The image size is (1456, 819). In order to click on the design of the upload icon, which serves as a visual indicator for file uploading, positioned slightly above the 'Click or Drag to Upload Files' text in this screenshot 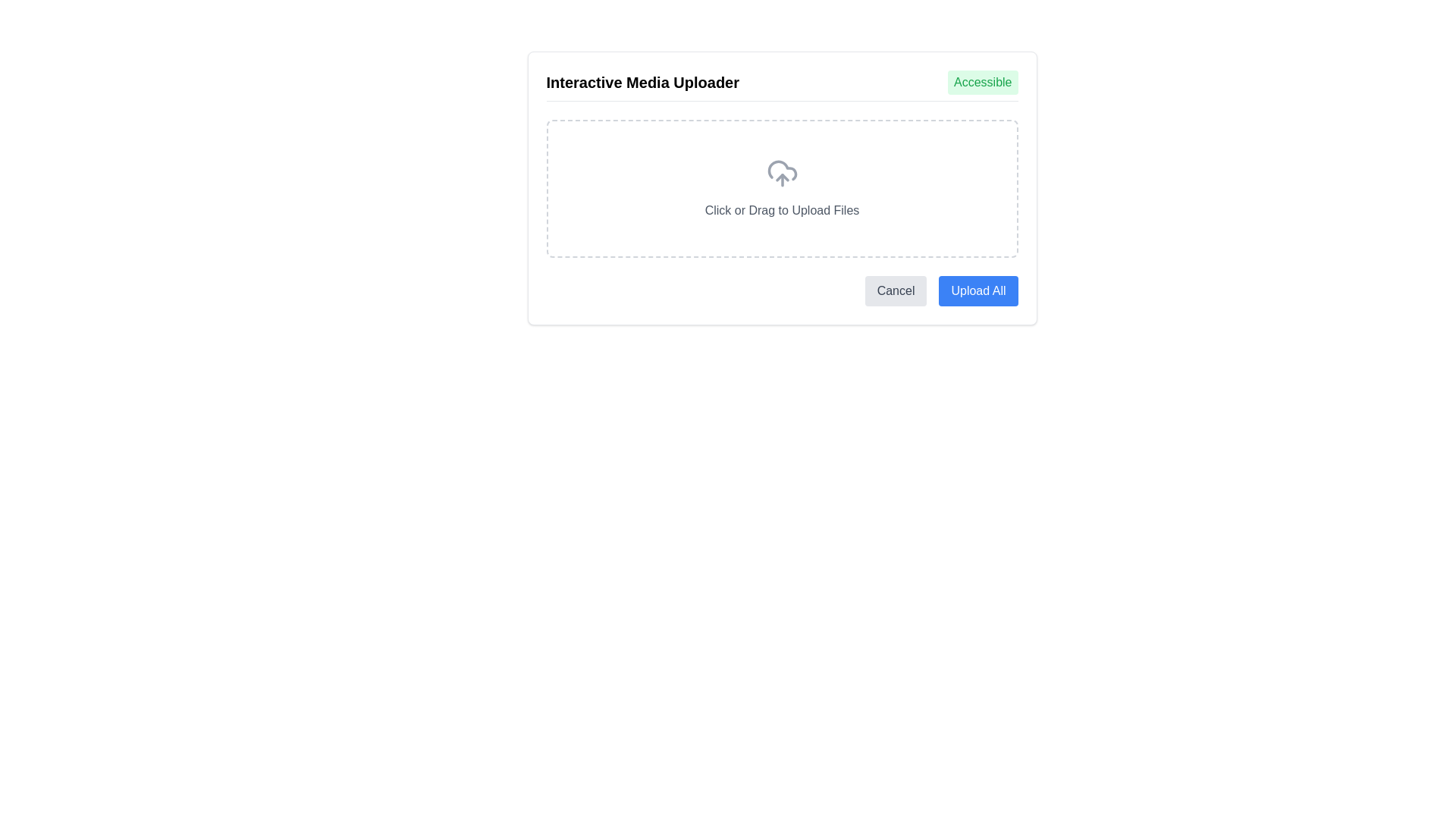, I will do `click(782, 172)`.